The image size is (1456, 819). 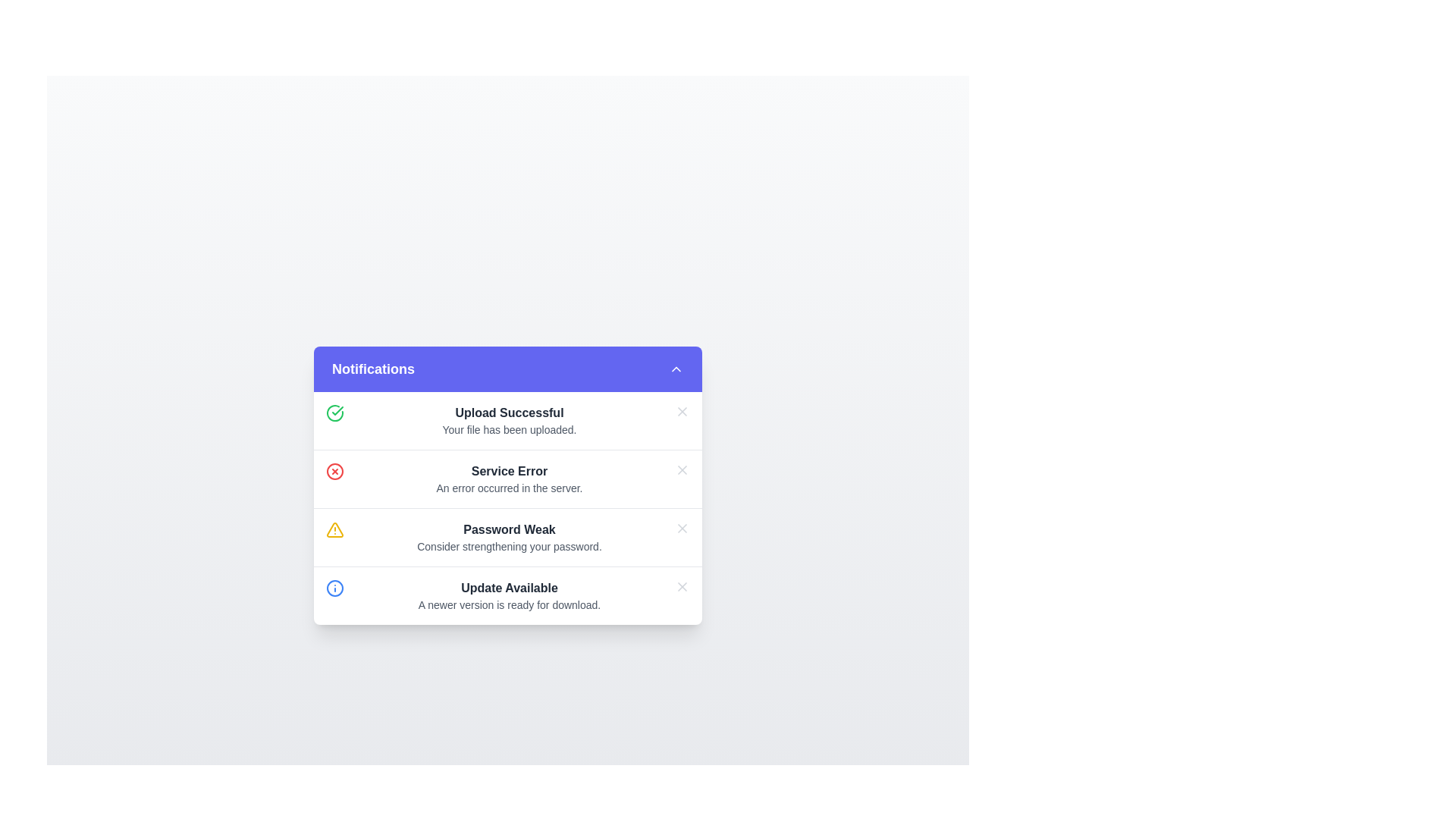 I want to click on the button located in the header section of the notification panel, adjacent to the title 'Notifications', so click(x=676, y=369).